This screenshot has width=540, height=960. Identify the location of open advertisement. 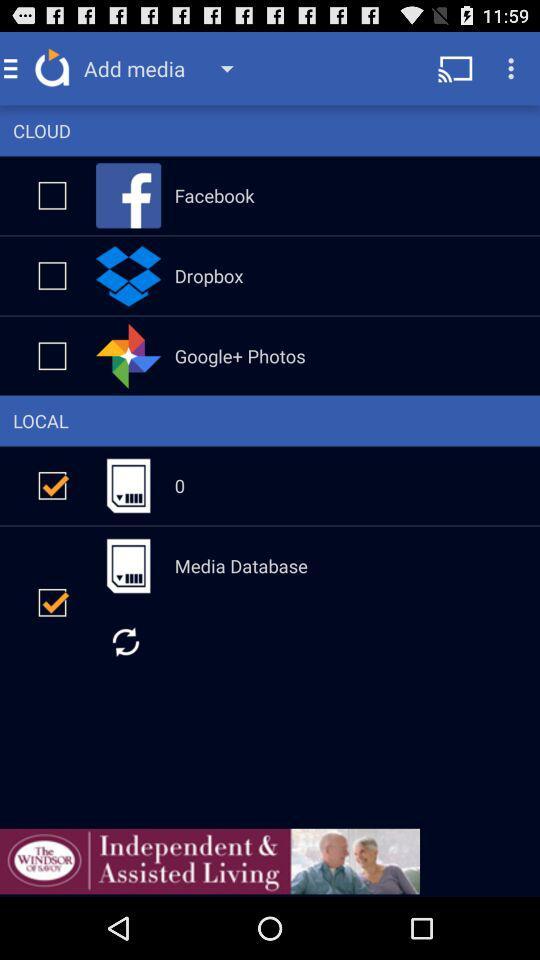
(209, 860).